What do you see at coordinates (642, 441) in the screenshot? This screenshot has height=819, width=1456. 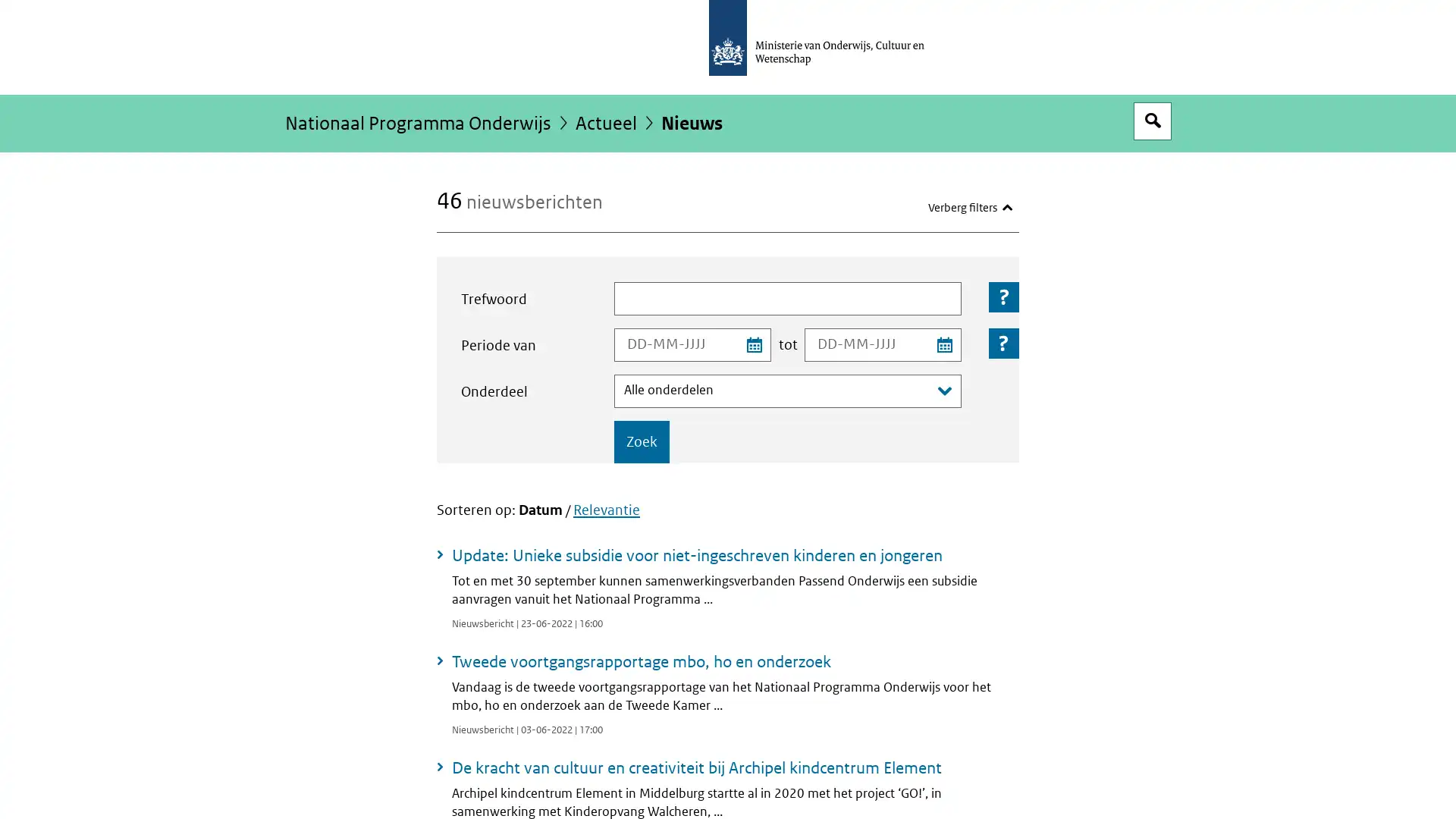 I see `Zoek` at bounding box center [642, 441].